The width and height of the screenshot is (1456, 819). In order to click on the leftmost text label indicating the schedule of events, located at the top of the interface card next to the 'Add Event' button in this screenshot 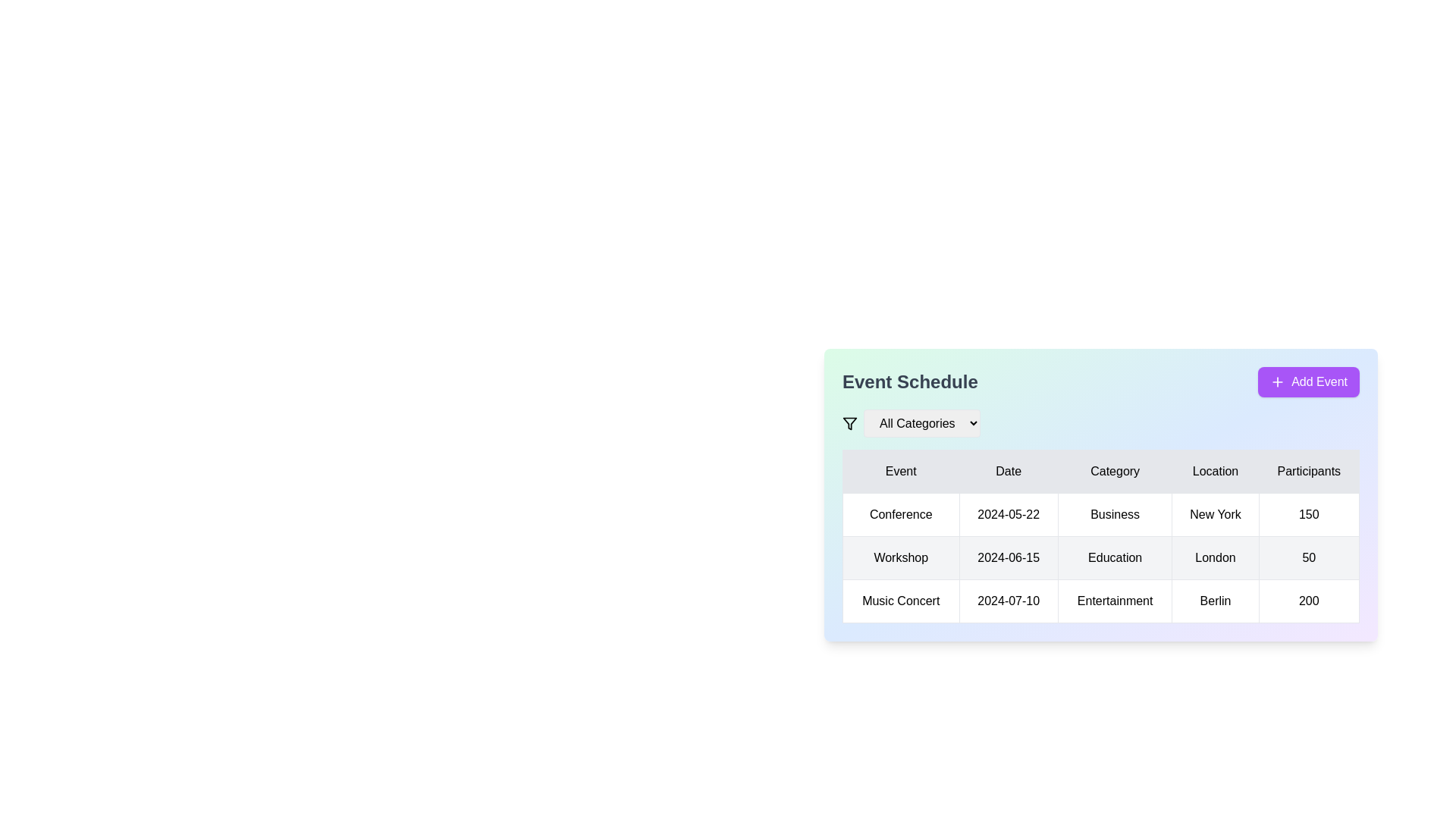, I will do `click(910, 381)`.